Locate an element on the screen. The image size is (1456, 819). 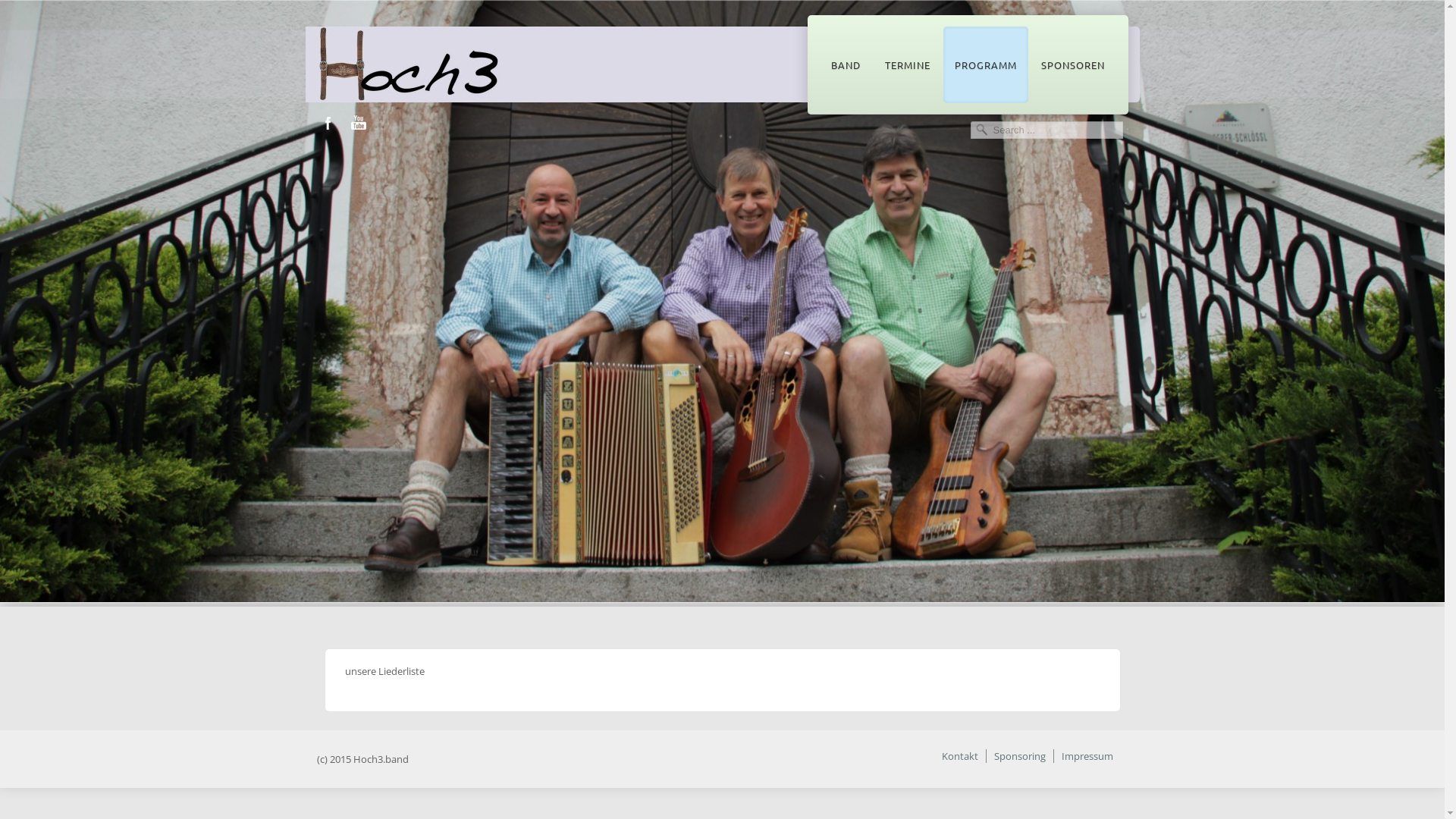
'TERMINE' is located at coordinates (907, 64).